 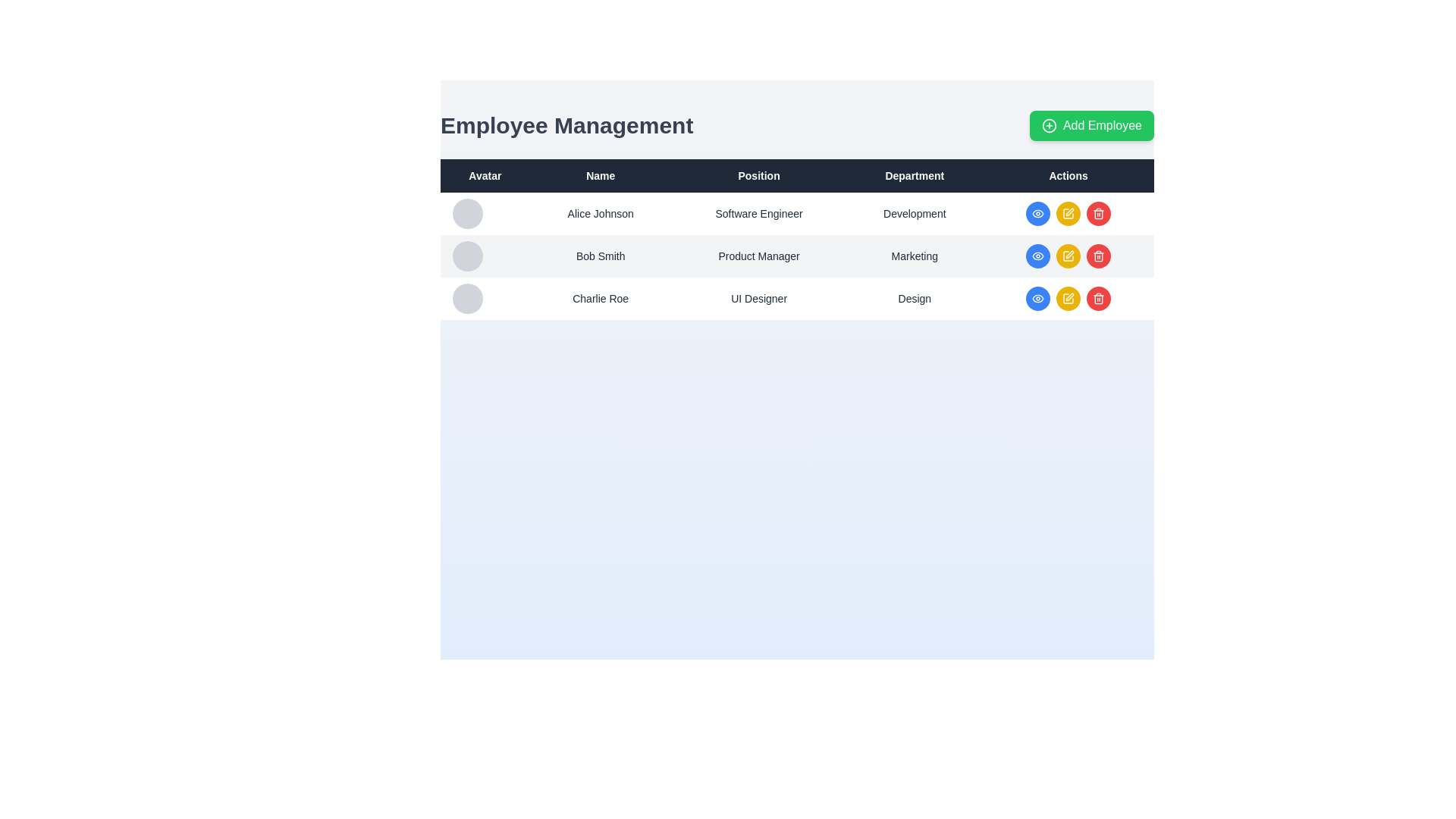 I want to click on the pen icon located in the 'Actions' column of the last row in the employee table, which is styled with 'currentColor' fill, so click(x=1069, y=297).